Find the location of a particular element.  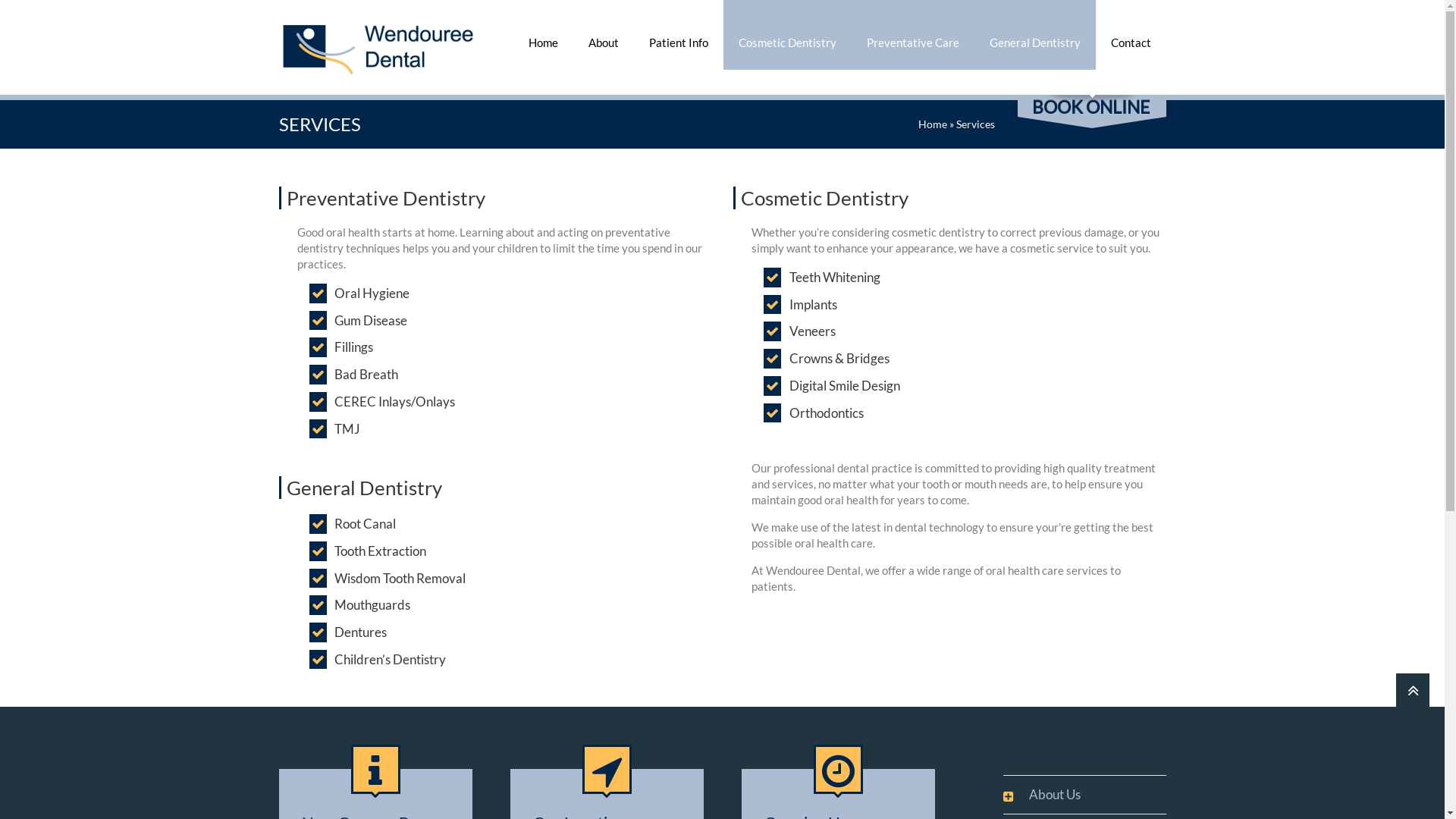

'Gum Disease' is located at coordinates (334, 320).